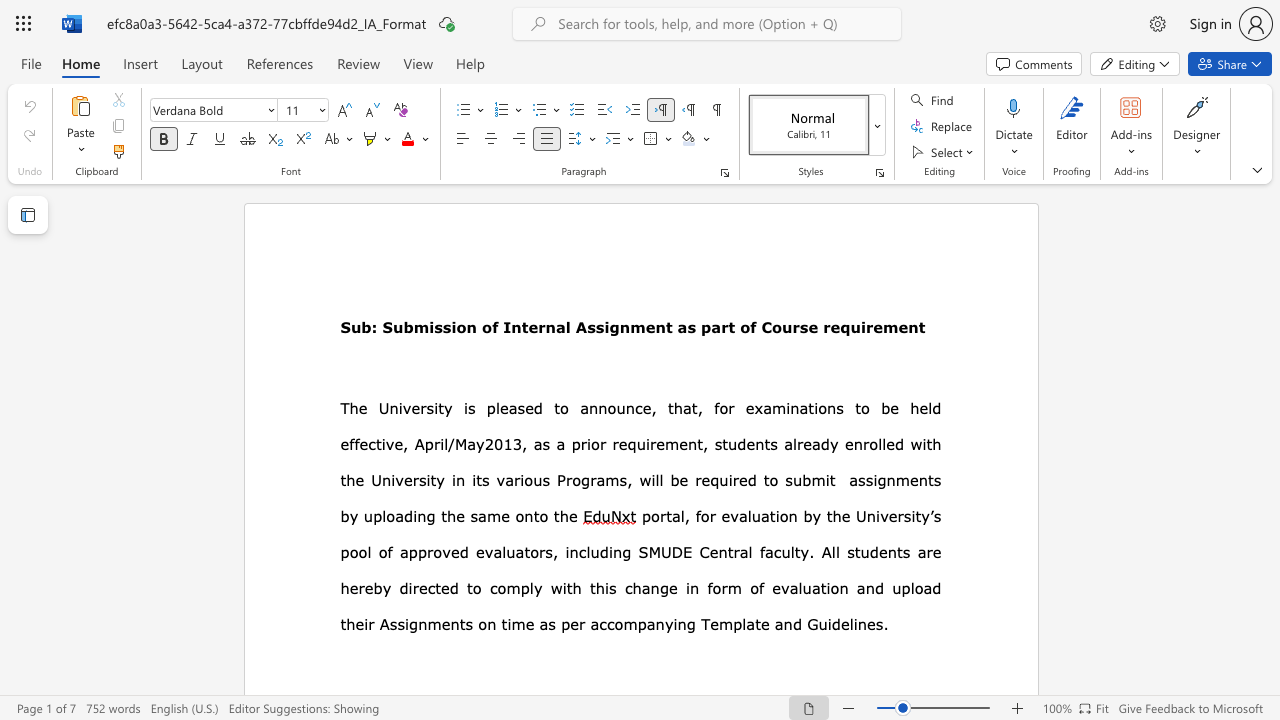 The height and width of the screenshot is (720, 1280). What do you see at coordinates (830, 326) in the screenshot?
I see `the subset text "equirem" within the text "Sub: Submission of Internal Assignment as part of Course requirement"` at bounding box center [830, 326].